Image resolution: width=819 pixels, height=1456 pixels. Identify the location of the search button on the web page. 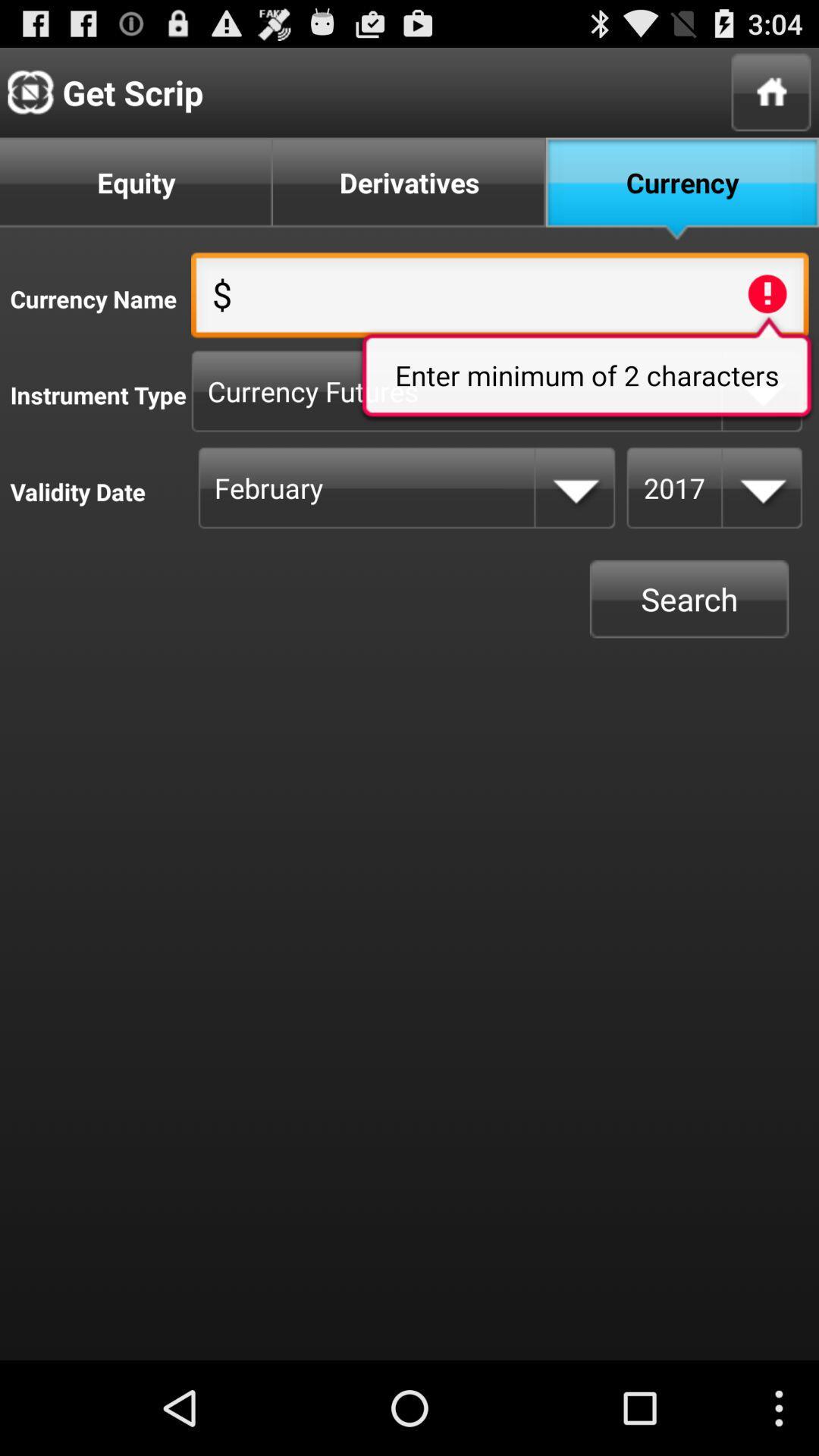
(689, 598).